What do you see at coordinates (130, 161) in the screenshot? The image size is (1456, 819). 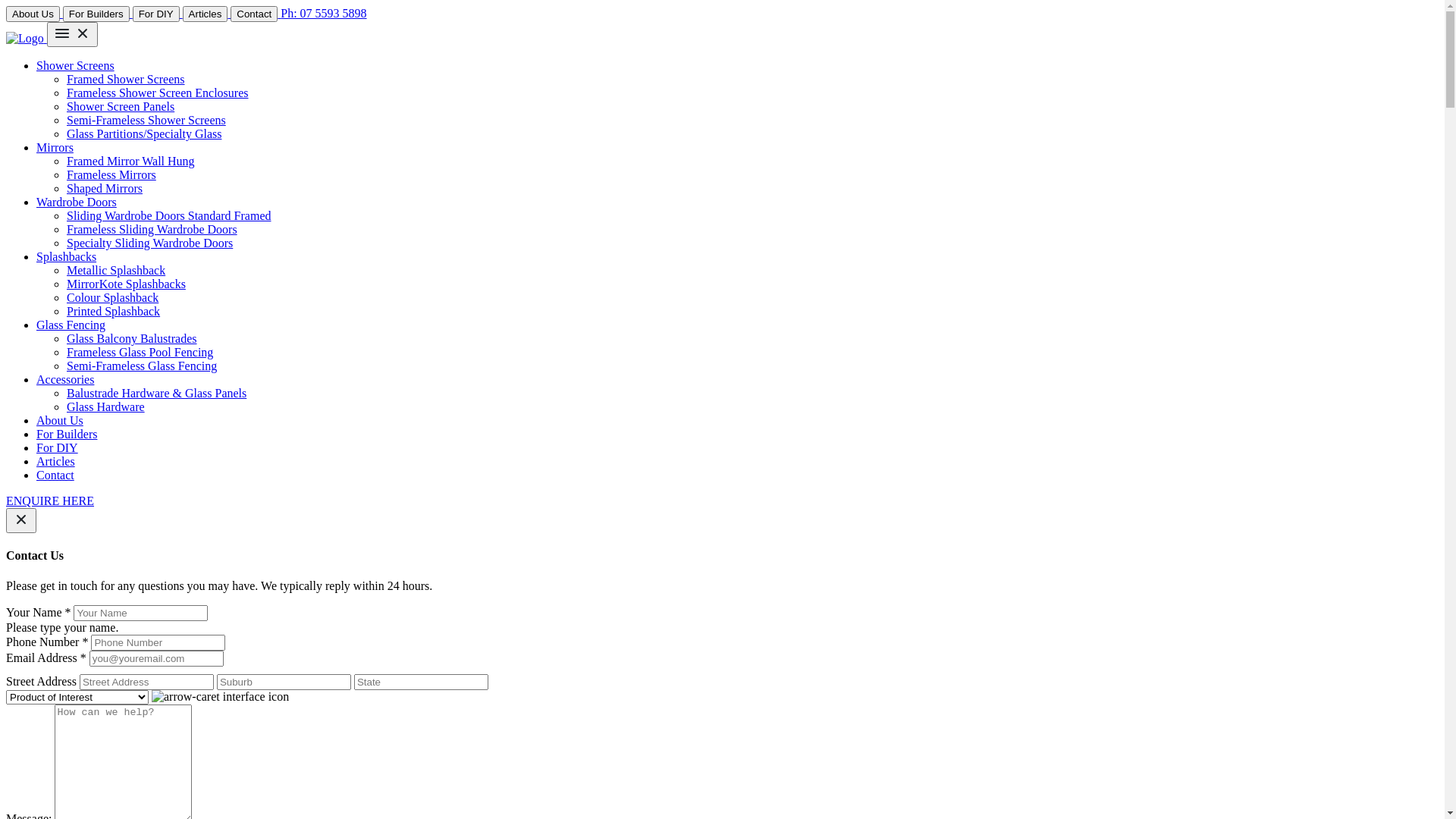 I see `'Framed Mirror Wall Hung'` at bounding box center [130, 161].